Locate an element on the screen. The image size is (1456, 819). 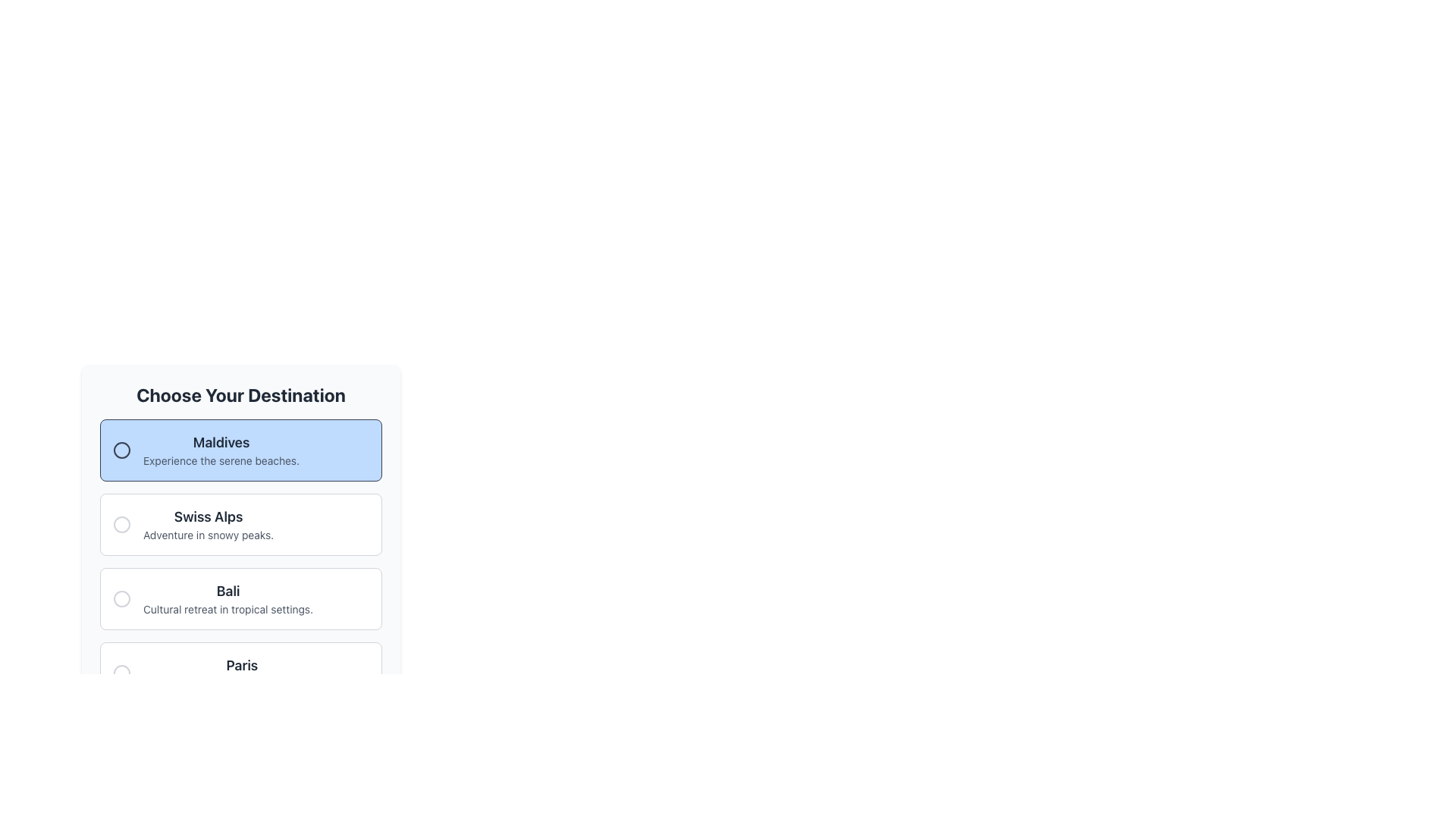
the circular Radio Button Icon with a light gray outline is located at coordinates (122, 523).